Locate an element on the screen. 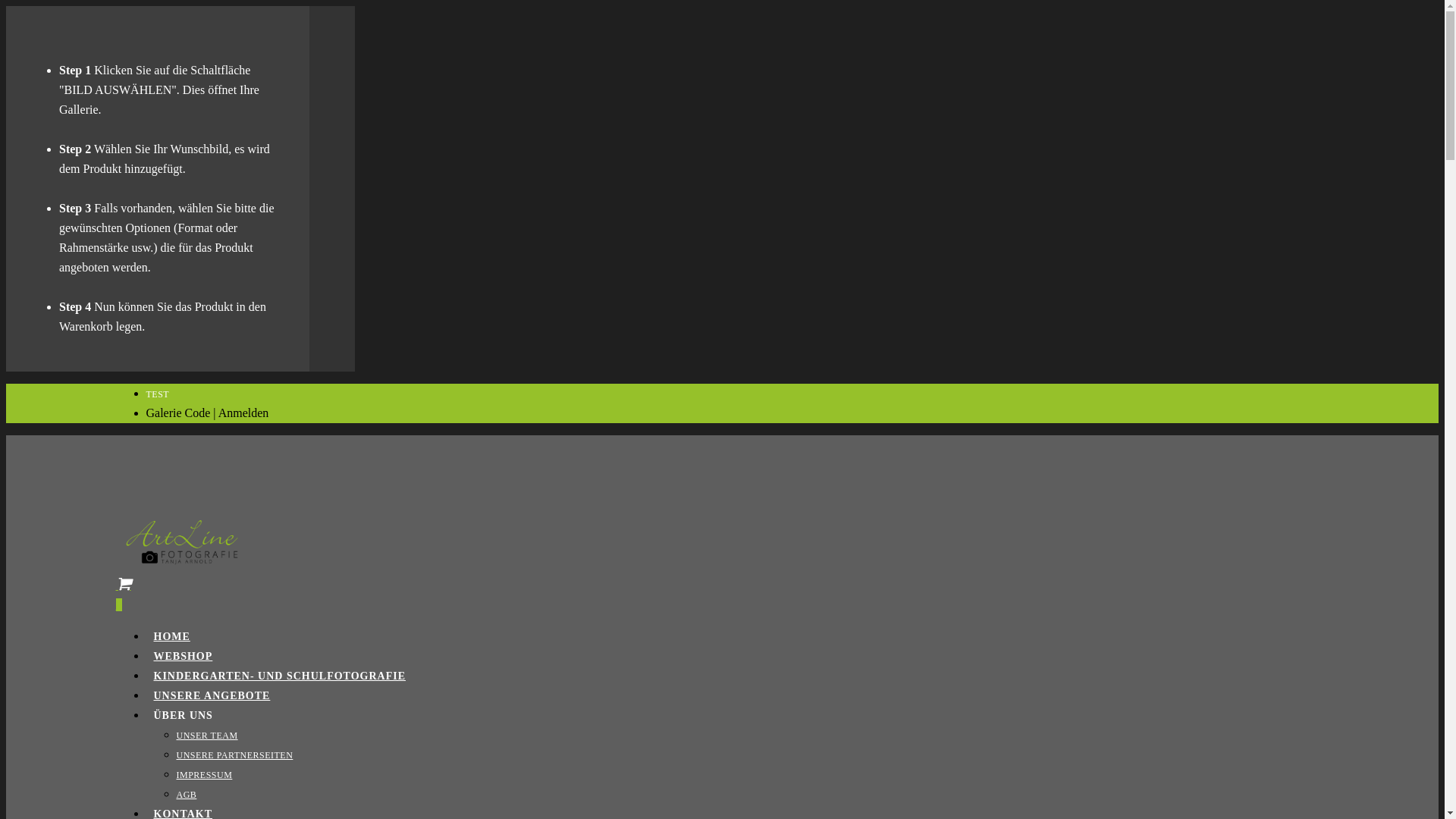  'UNSERE PARTNERSEITEN' is located at coordinates (233, 755).